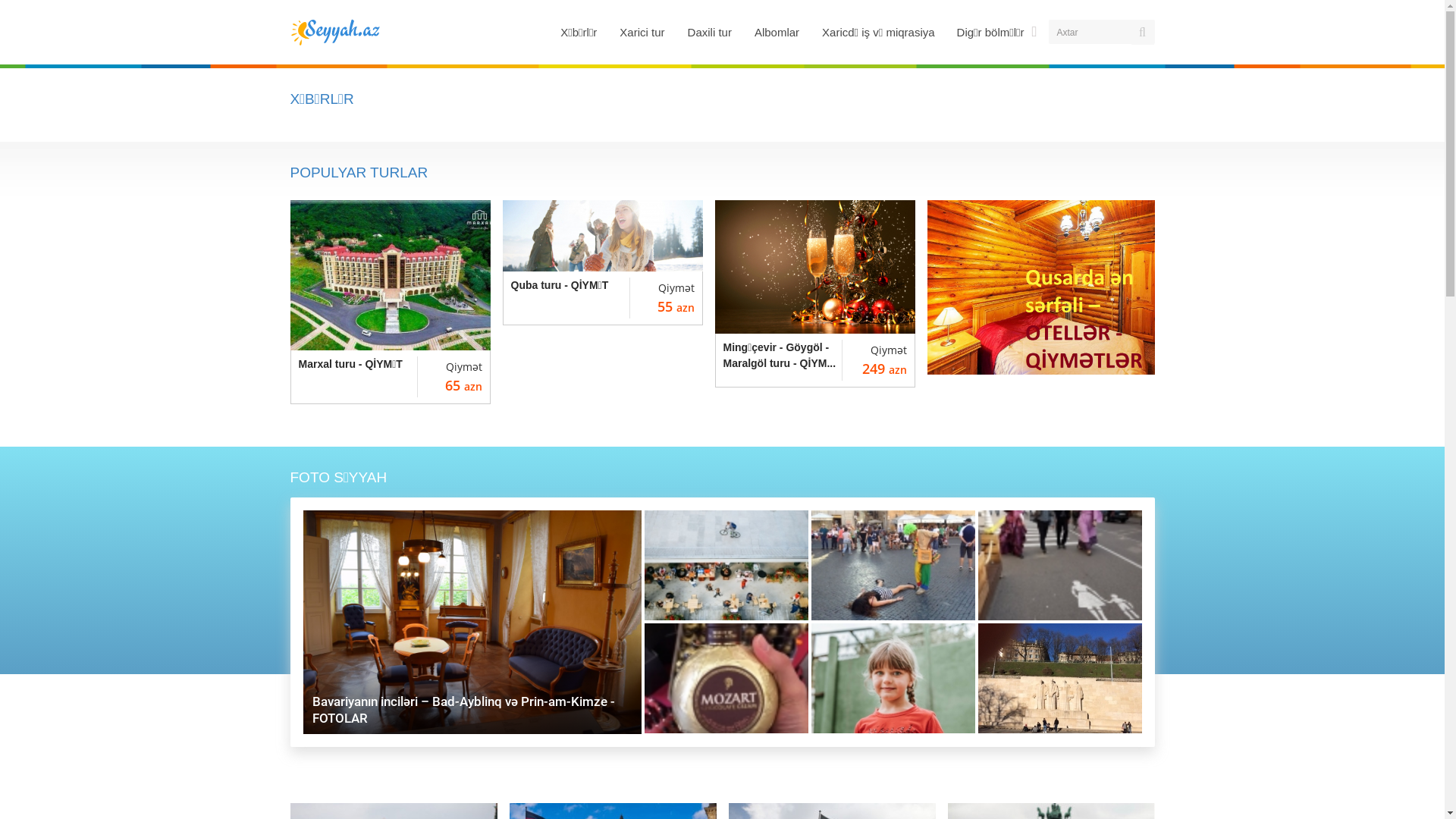 Image resolution: width=1456 pixels, height=819 pixels. Describe the element at coordinates (709, 32) in the screenshot. I see `'Daxili tur'` at that location.